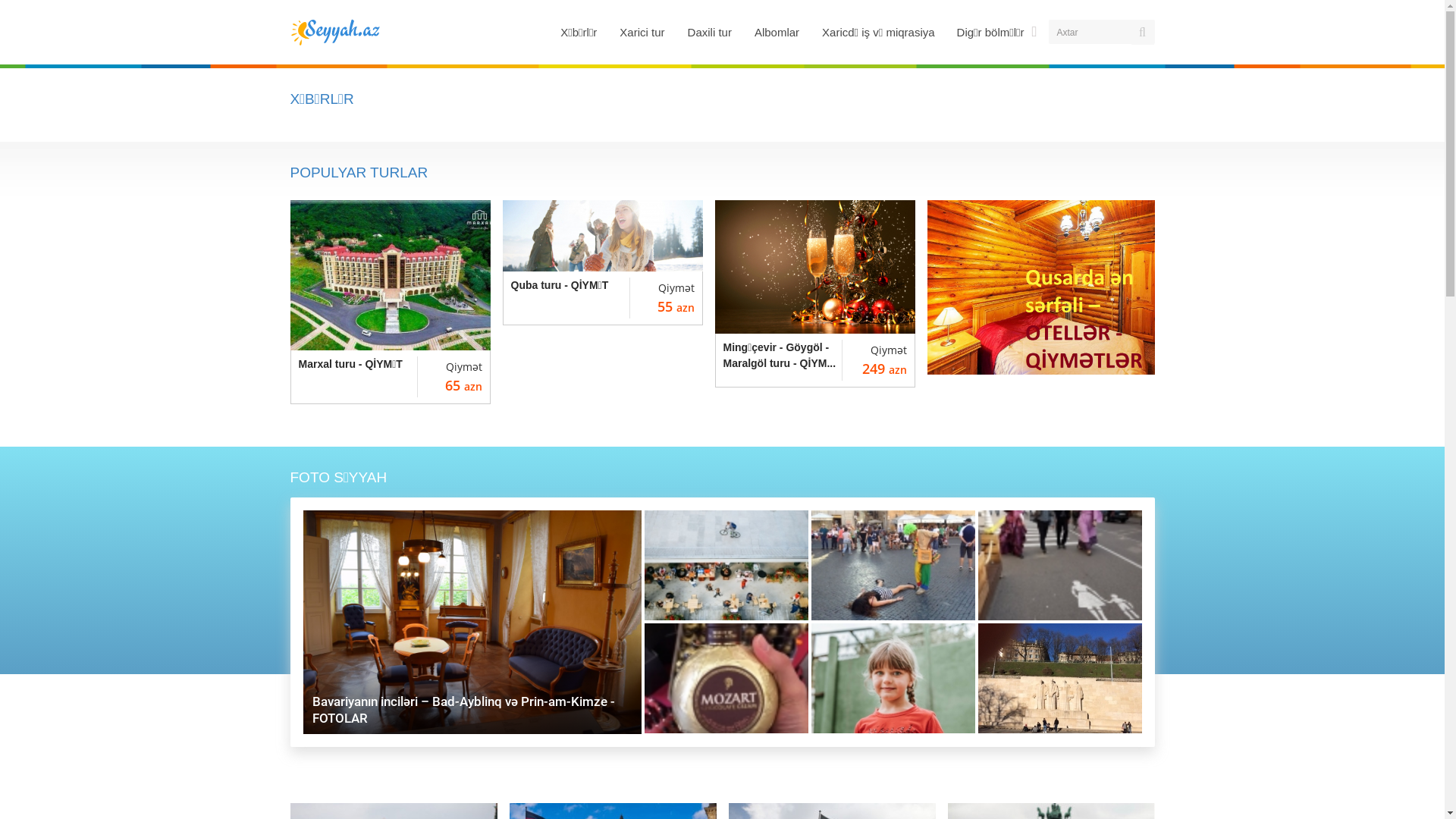 Image resolution: width=1456 pixels, height=819 pixels. Describe the element at coordinates (709, 32) in the screenshot. I see `'Daxili tur'` at that location.